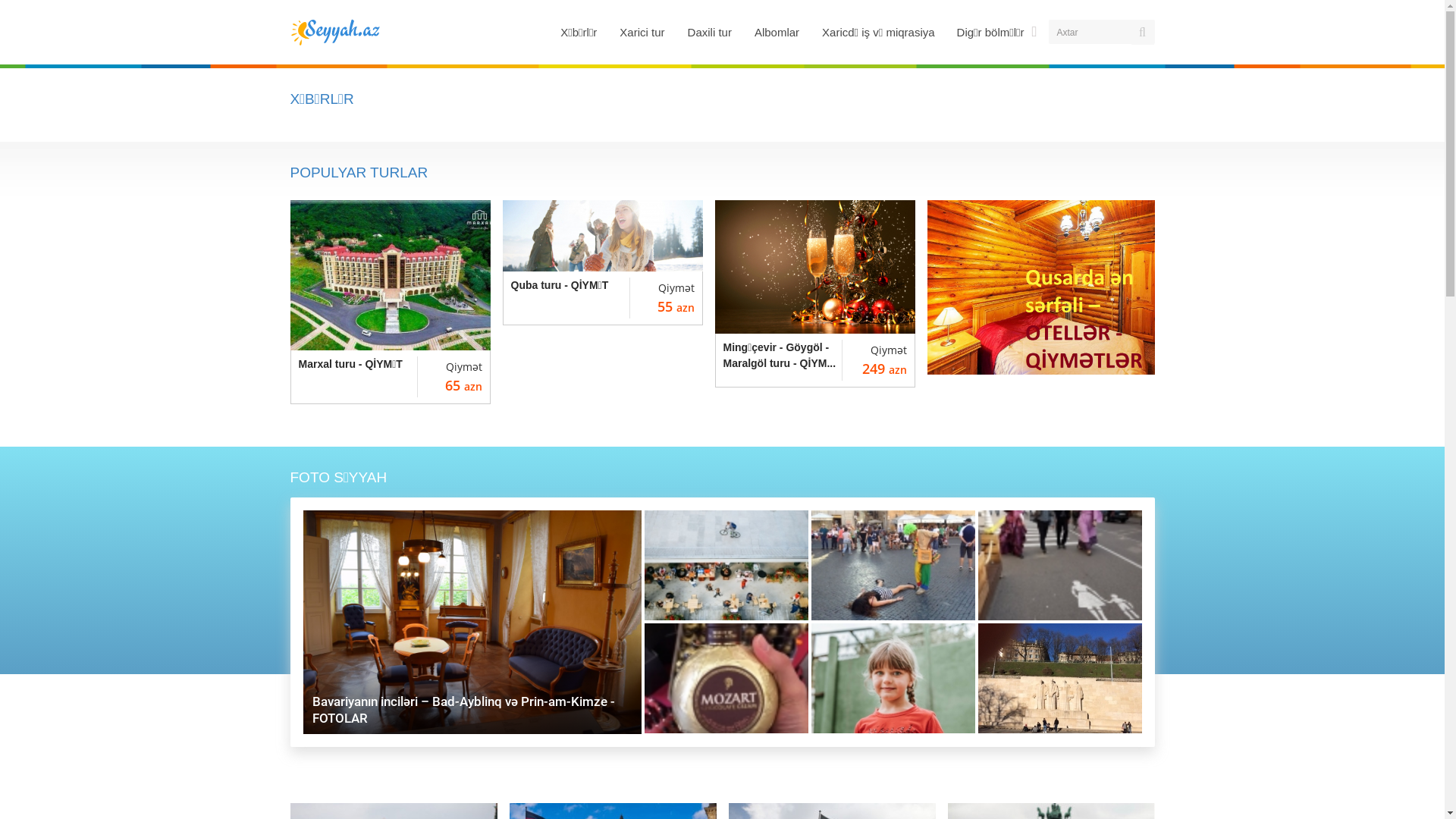 Image resolution: width=1456 pixels, height=819 pixels. Describe the element at coordinates (709, 32) in the screenshot. I see `'Daxili tur'` at that location.